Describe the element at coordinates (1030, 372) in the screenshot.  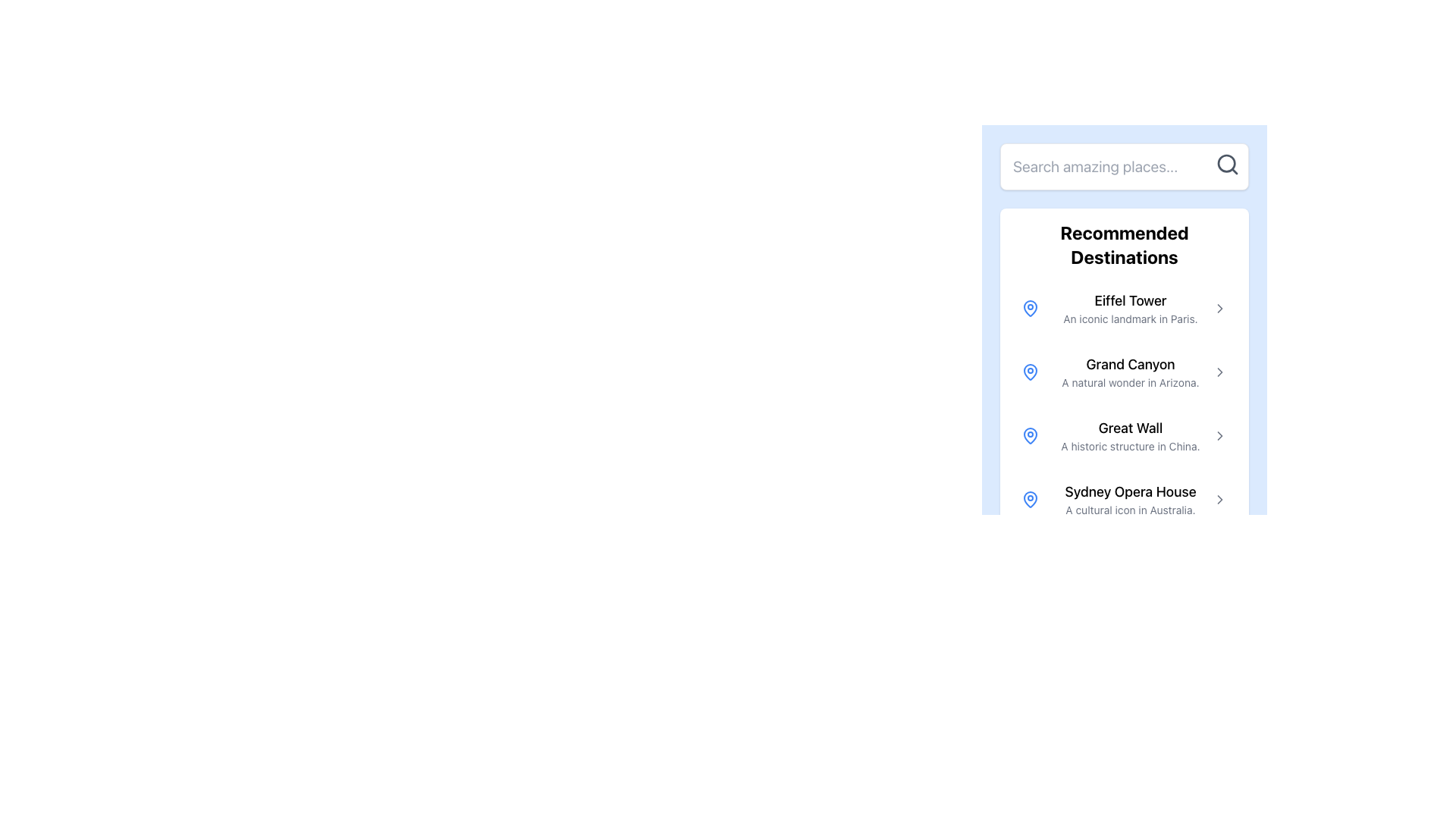
I see `the geographical icon located to the immediate left of the text block 'Grand Canyon - A natural wonder in Arizona.' in the second recommended destination entry of the list 'Recommended Destinations'` at that location.